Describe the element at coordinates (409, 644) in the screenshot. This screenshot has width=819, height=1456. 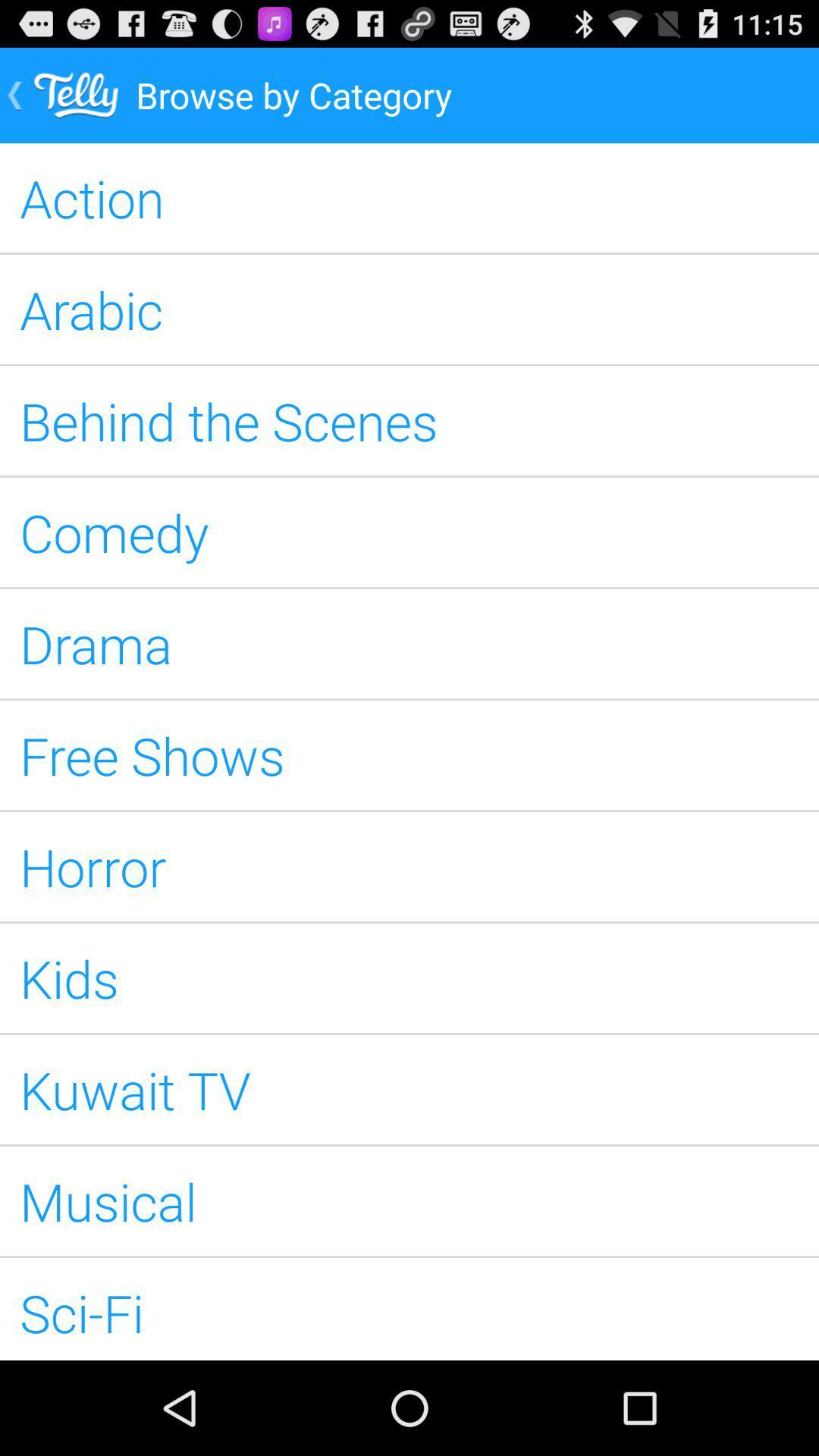
I see `the item below comedy item` at that location.